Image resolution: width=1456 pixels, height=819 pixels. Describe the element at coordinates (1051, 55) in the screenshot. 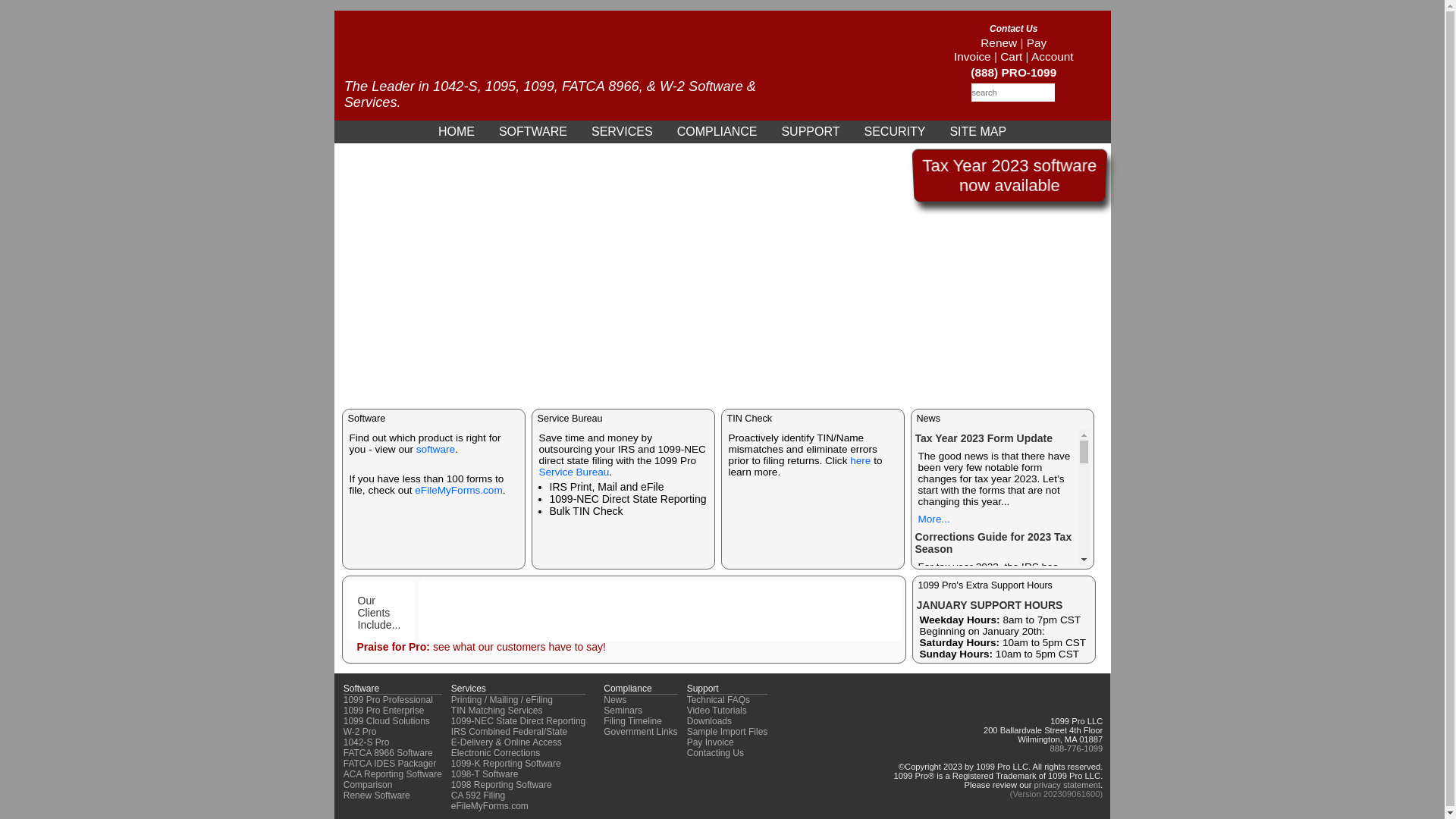

I see `'Account'` at that location.